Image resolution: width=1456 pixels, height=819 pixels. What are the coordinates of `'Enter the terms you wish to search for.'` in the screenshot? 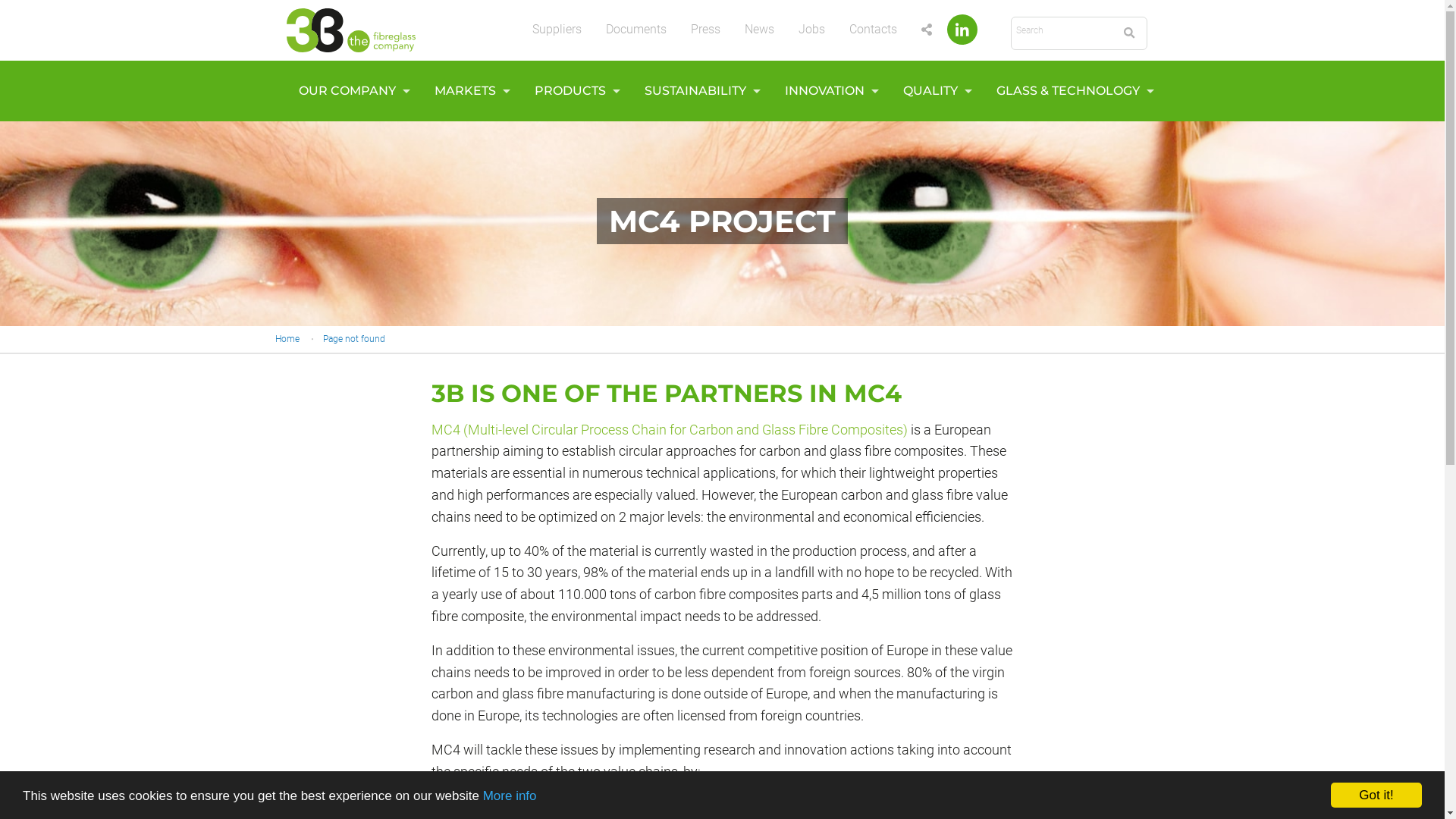 It's located at (1061, 30).